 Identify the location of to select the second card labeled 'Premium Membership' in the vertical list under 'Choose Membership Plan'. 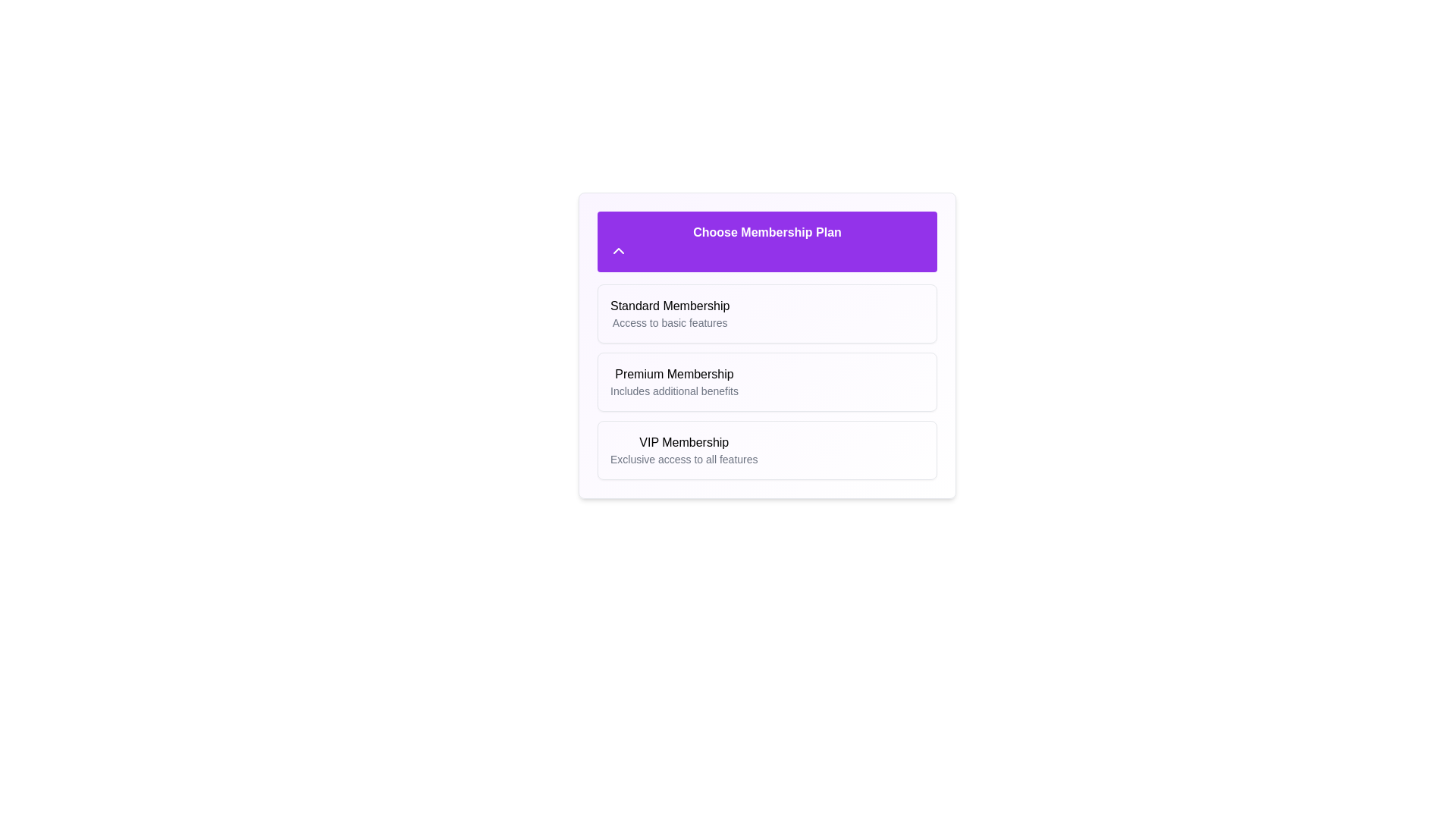
(767, 381).